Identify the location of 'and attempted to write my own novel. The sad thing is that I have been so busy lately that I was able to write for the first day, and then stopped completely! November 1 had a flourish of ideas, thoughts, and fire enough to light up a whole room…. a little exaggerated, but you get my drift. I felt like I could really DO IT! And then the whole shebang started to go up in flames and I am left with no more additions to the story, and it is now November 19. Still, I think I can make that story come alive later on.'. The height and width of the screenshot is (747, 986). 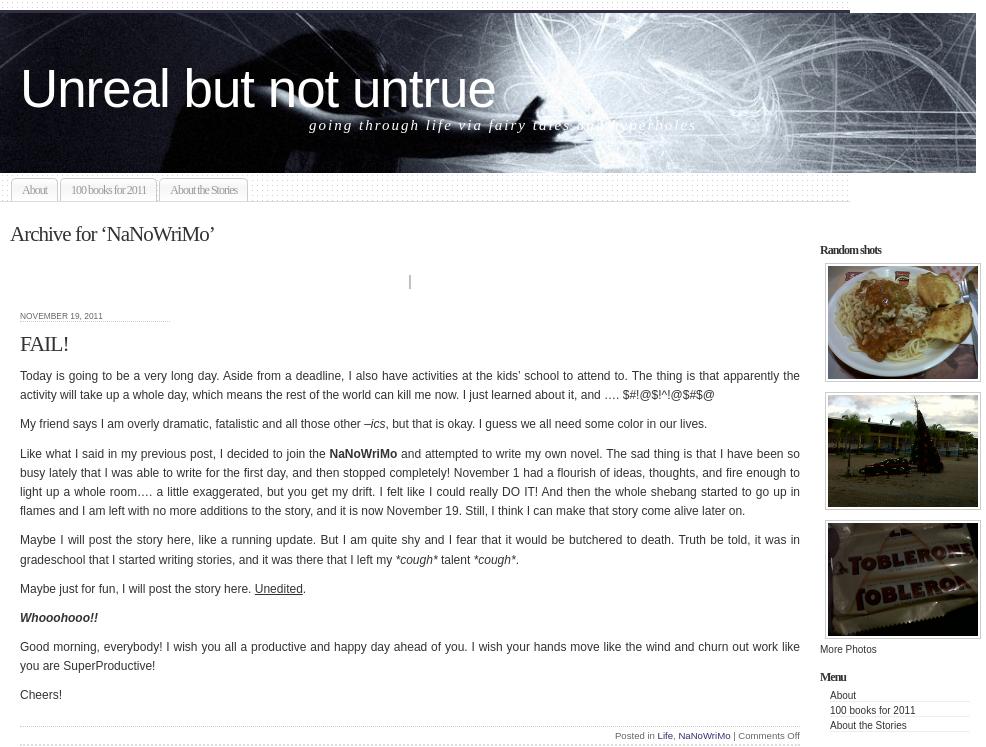
(408, 480).